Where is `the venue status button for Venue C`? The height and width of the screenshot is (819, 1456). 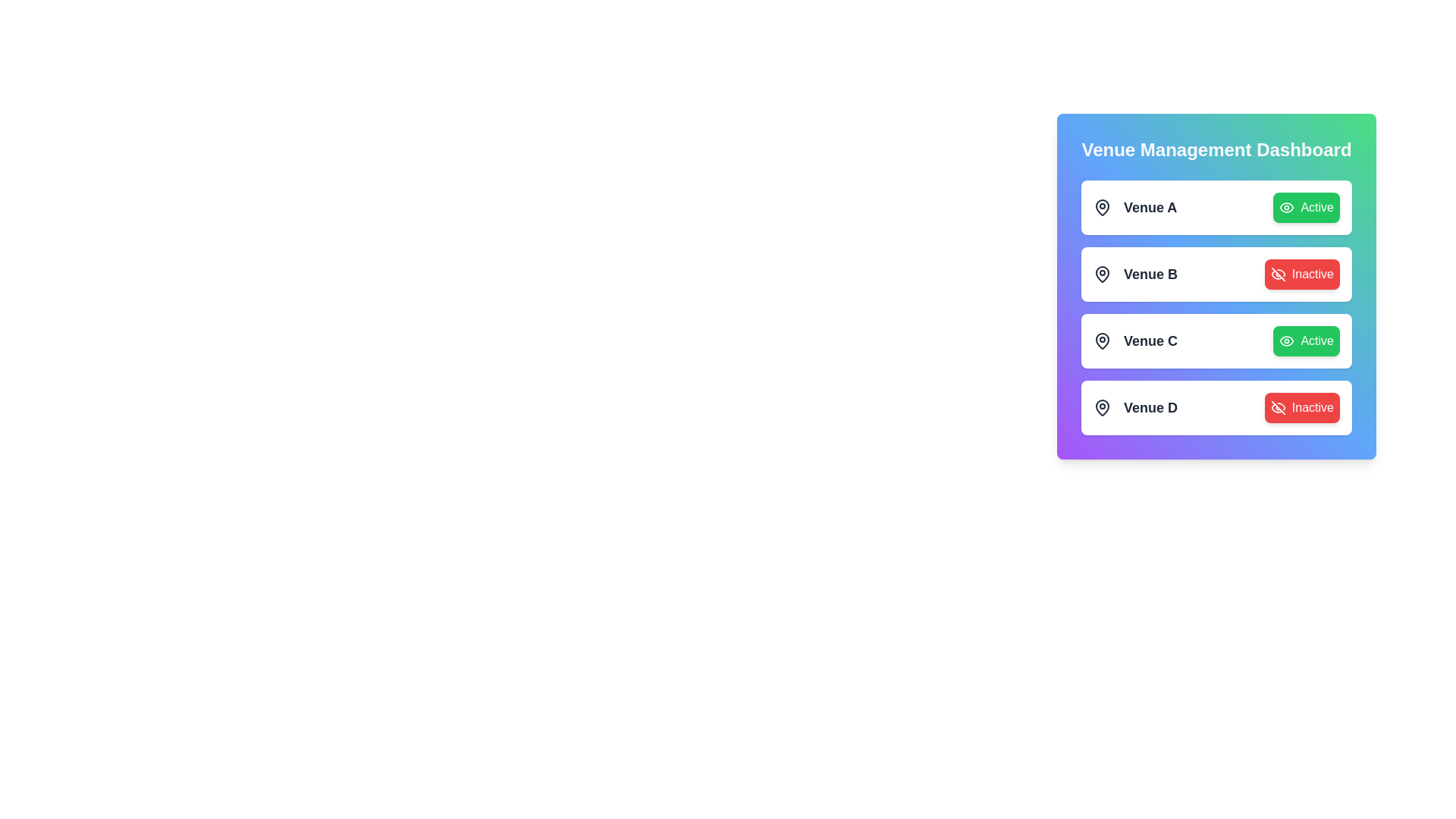
the venue status button for Venue C is located at coordinates (1306, 341).